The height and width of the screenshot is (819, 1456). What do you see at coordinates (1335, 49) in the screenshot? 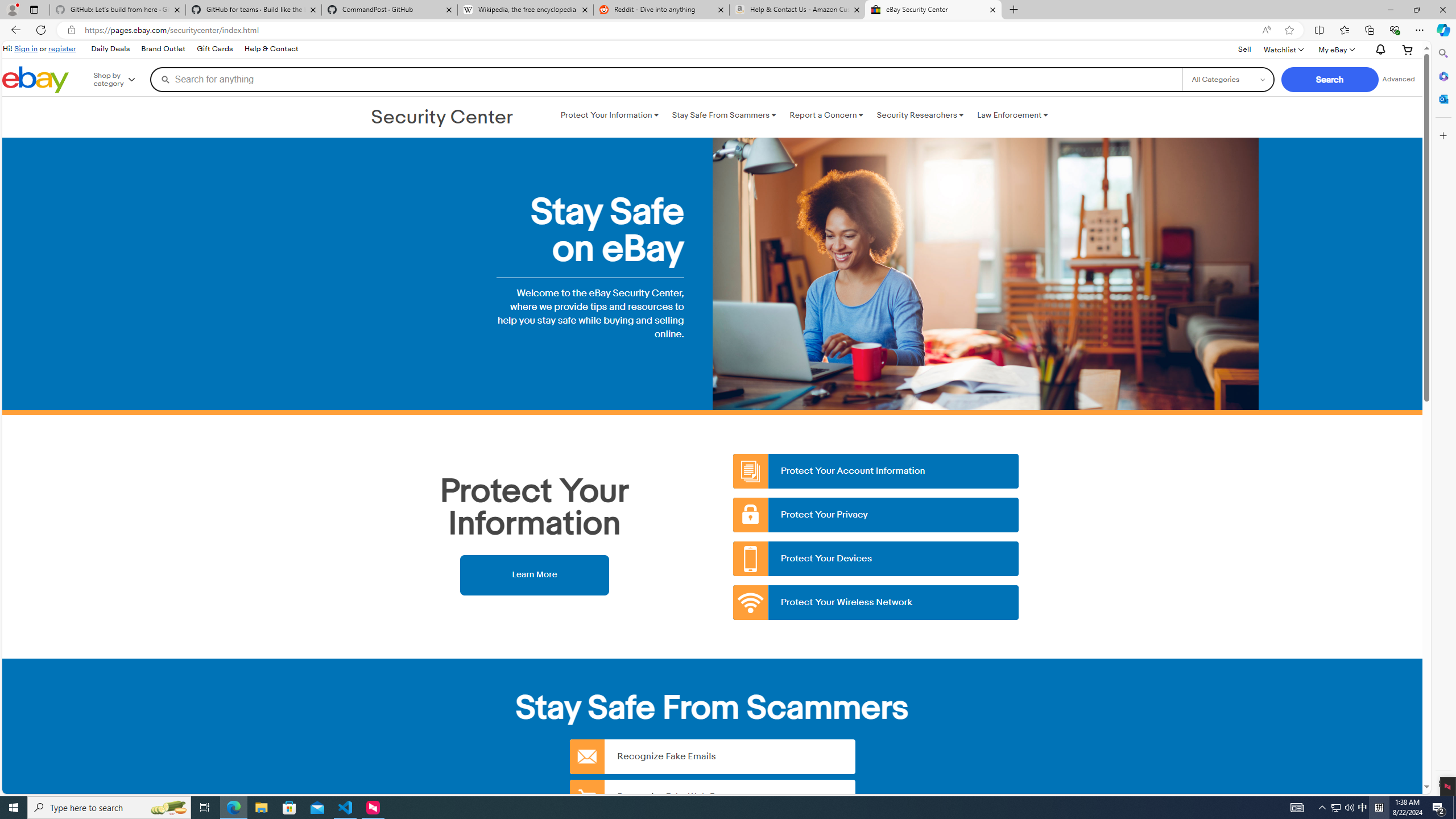
I see `'My eBayExpand My eBay'` at bounding box center [1335, 49].